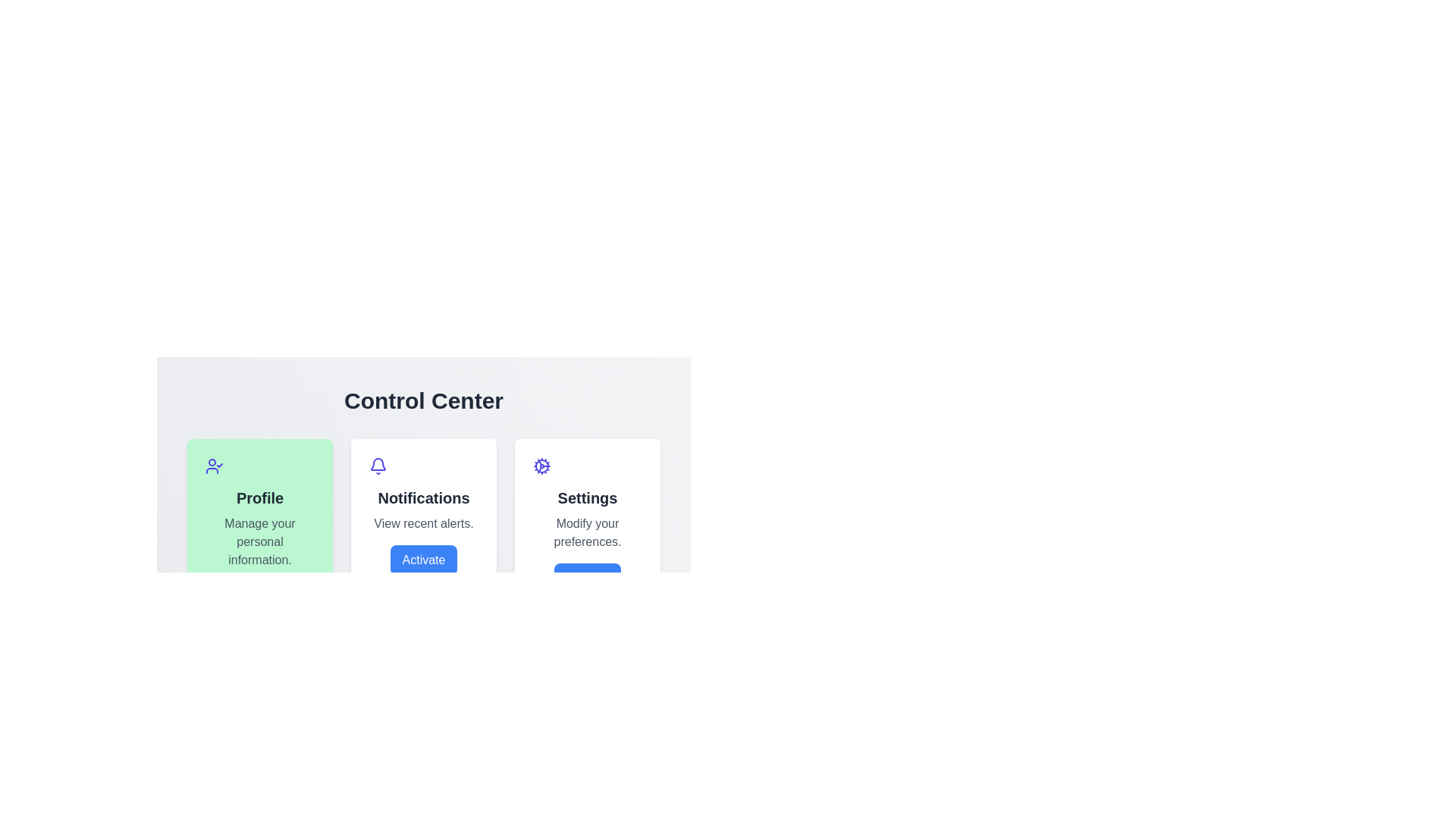 The width and height of the screenshot is (1456, 819). Describe the element at coordinates (259, 497) in the screenshot. I see `the 'Profile' text label, which is bold and prominently displayed on a green background, located below an icon and above a description text` at that location.